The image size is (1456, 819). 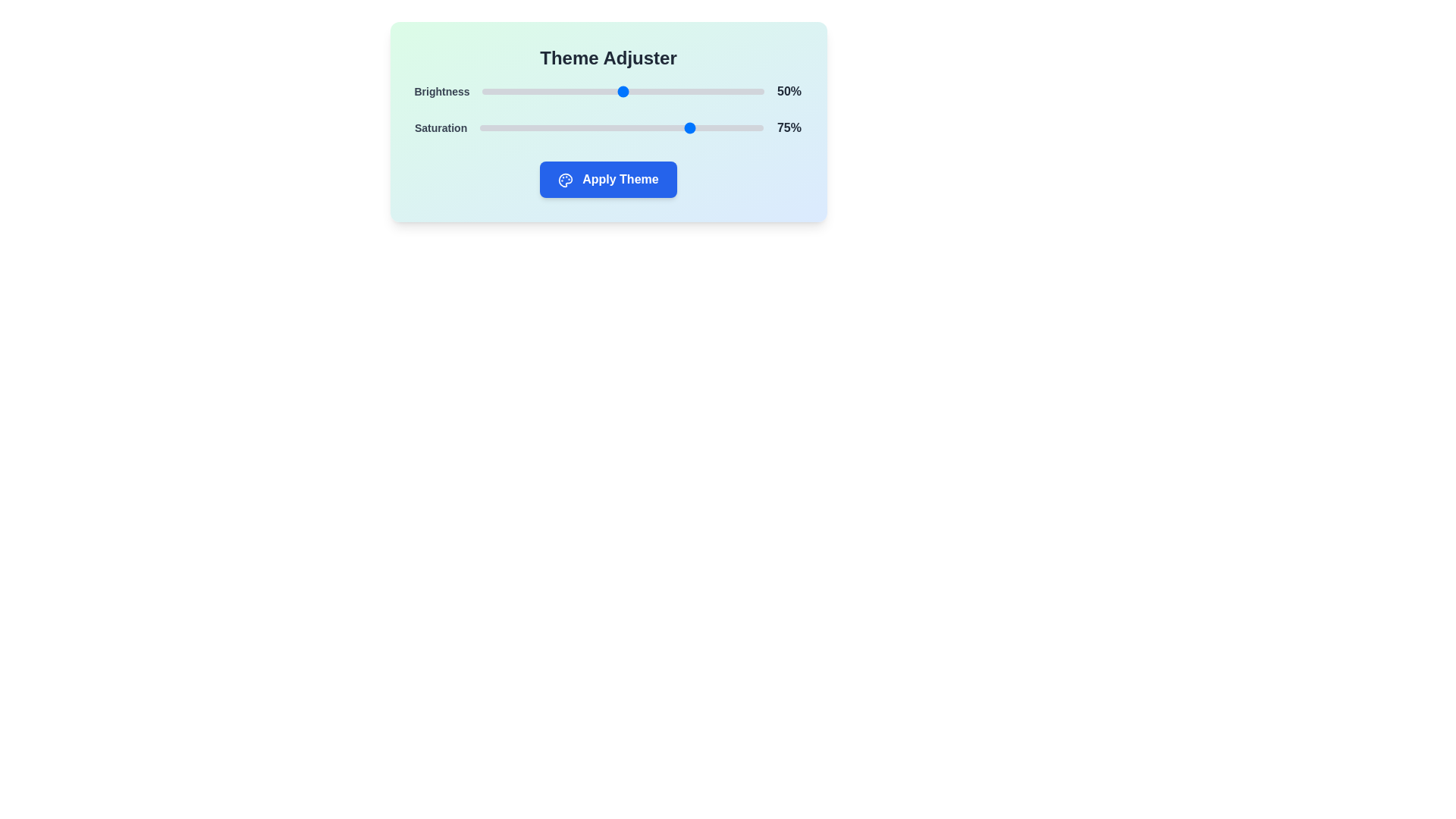 I want to click on the saturation slider to 0%, so click(x=479, y=127).